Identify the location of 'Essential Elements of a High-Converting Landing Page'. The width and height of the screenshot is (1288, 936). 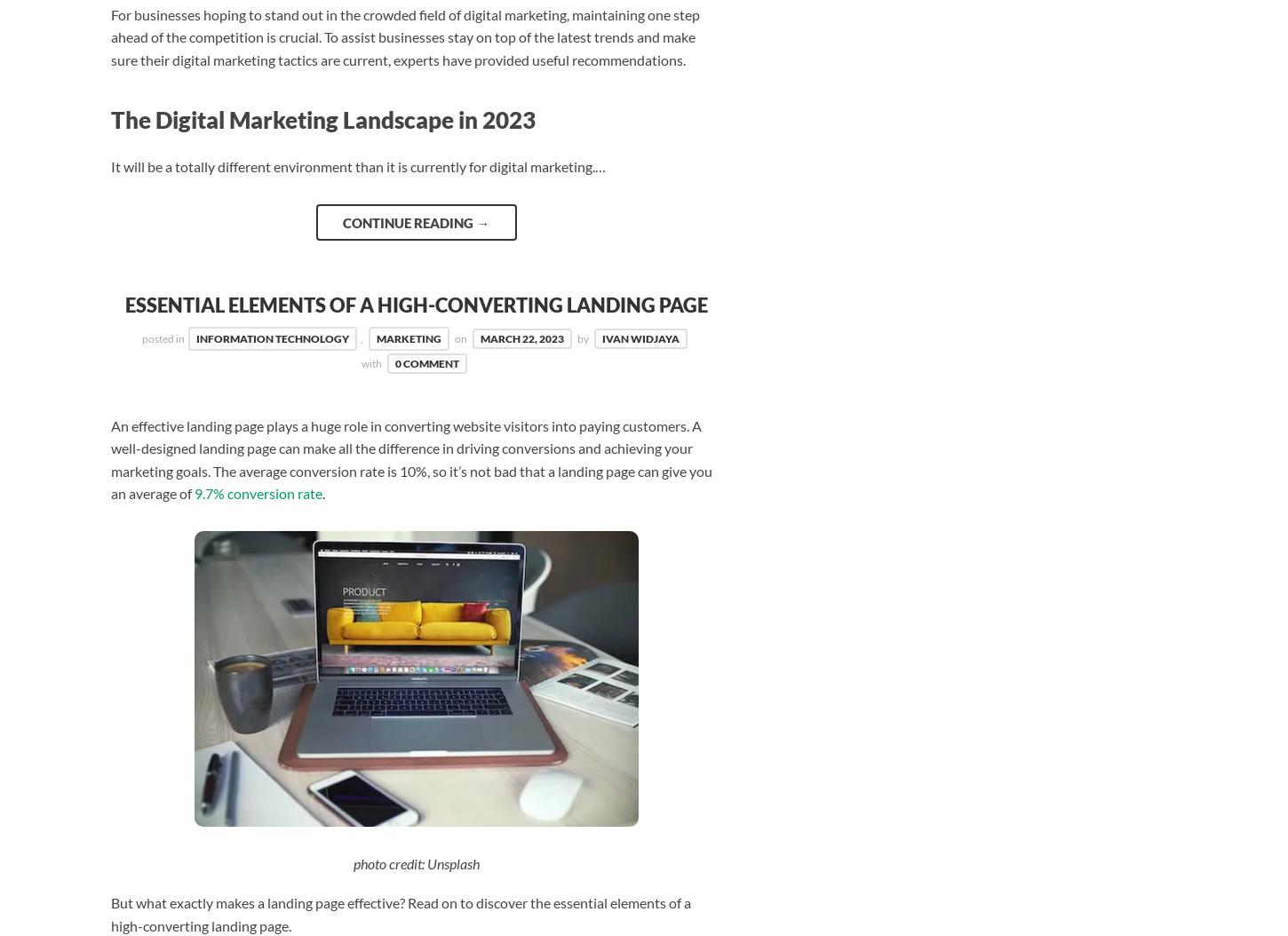
(415, 305).